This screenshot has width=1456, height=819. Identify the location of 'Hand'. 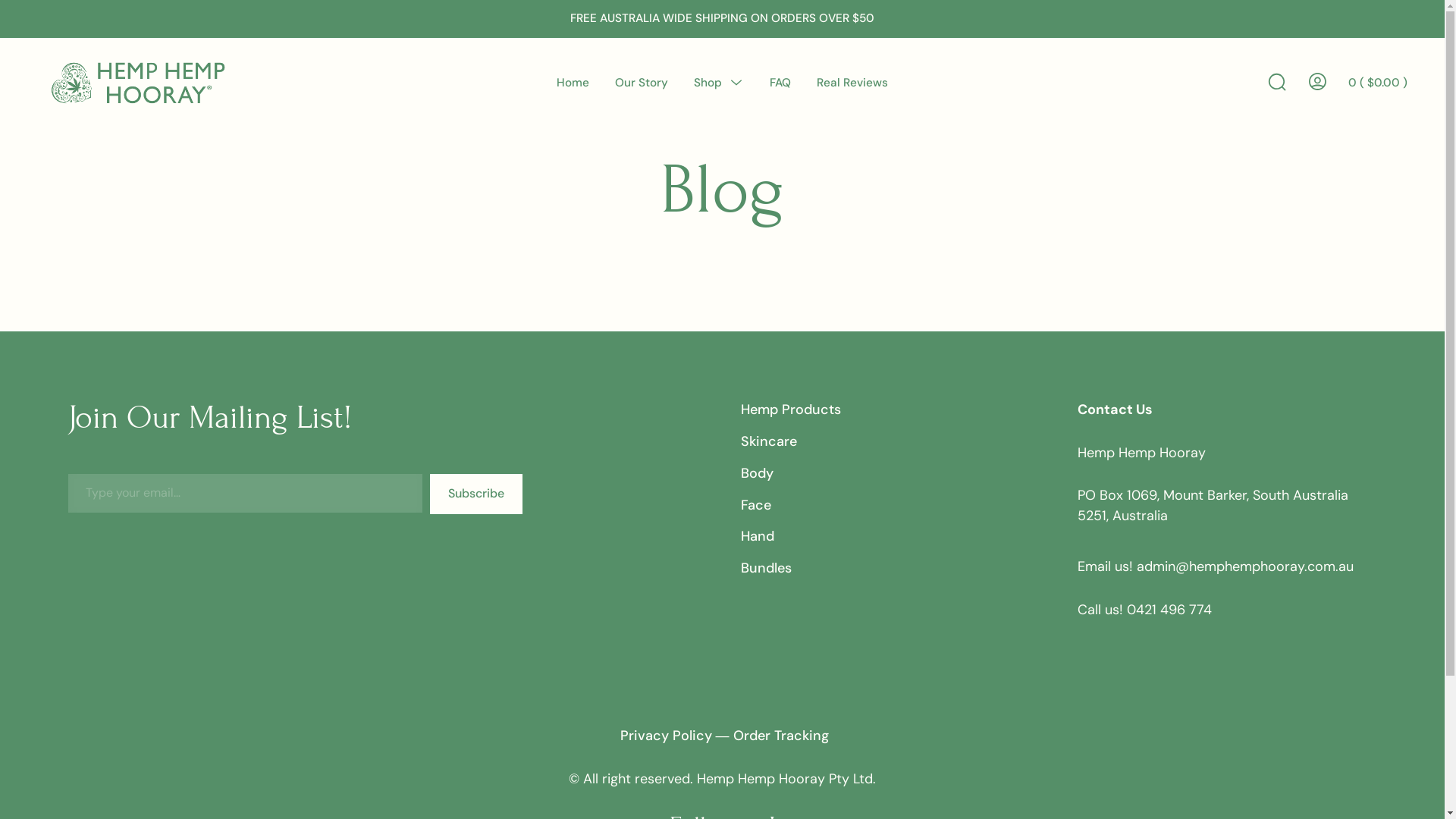
(757, 535).